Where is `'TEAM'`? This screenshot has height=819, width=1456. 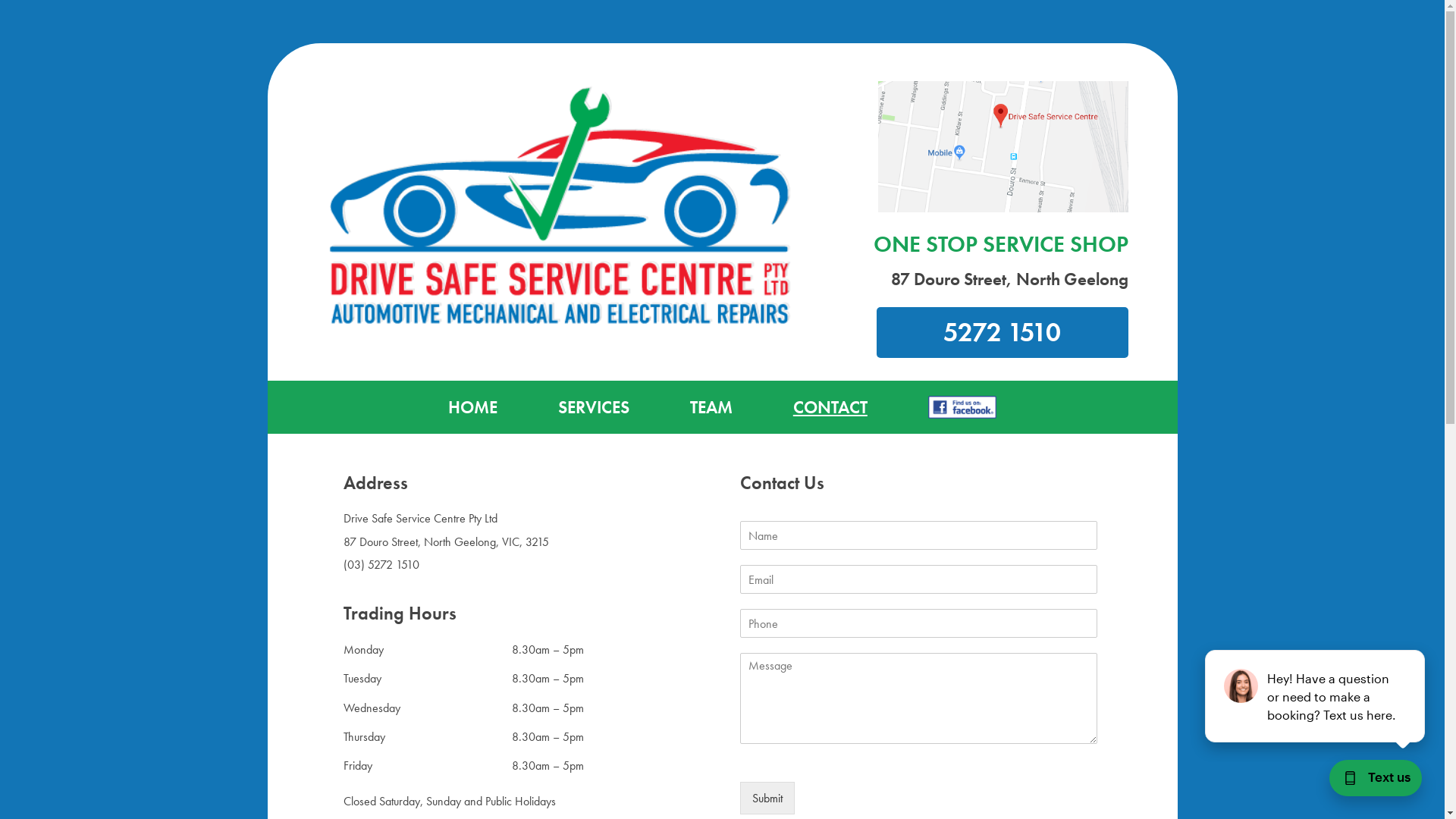 'TEAM' is located at coordinates (710, 406).